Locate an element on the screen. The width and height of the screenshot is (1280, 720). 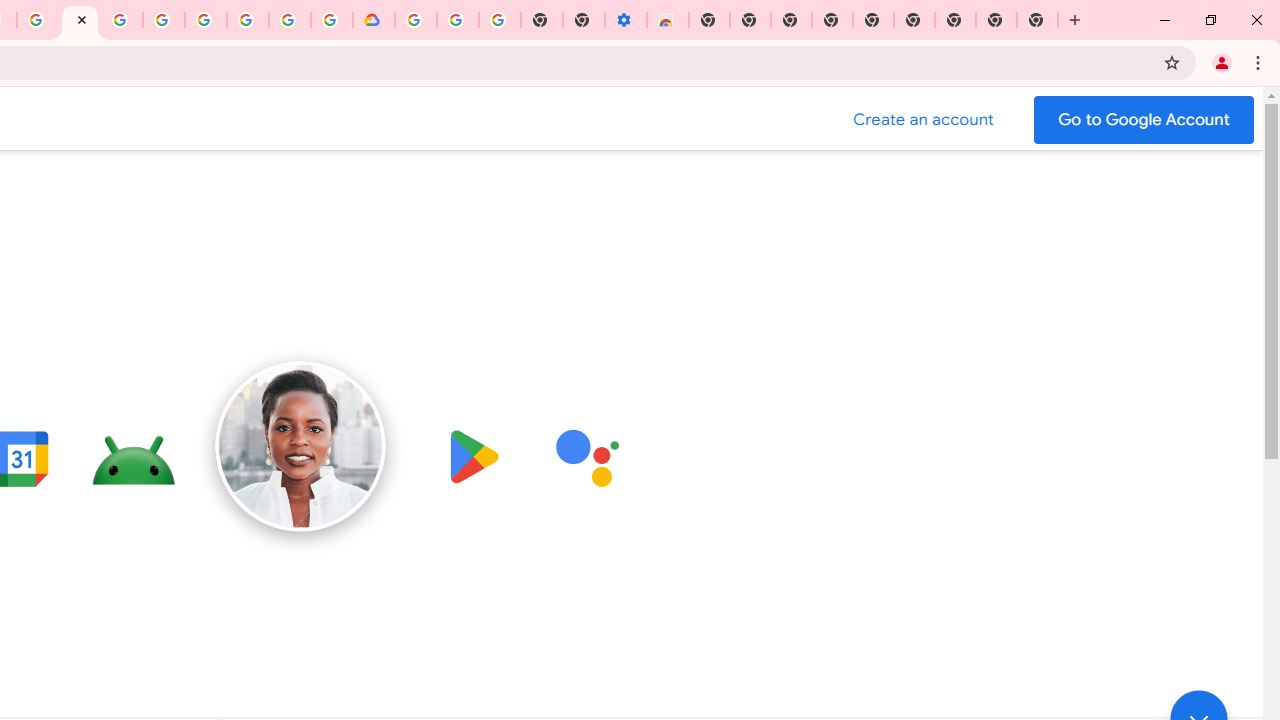
'Go to your Google Account' is located at coordinates (1144, 119).